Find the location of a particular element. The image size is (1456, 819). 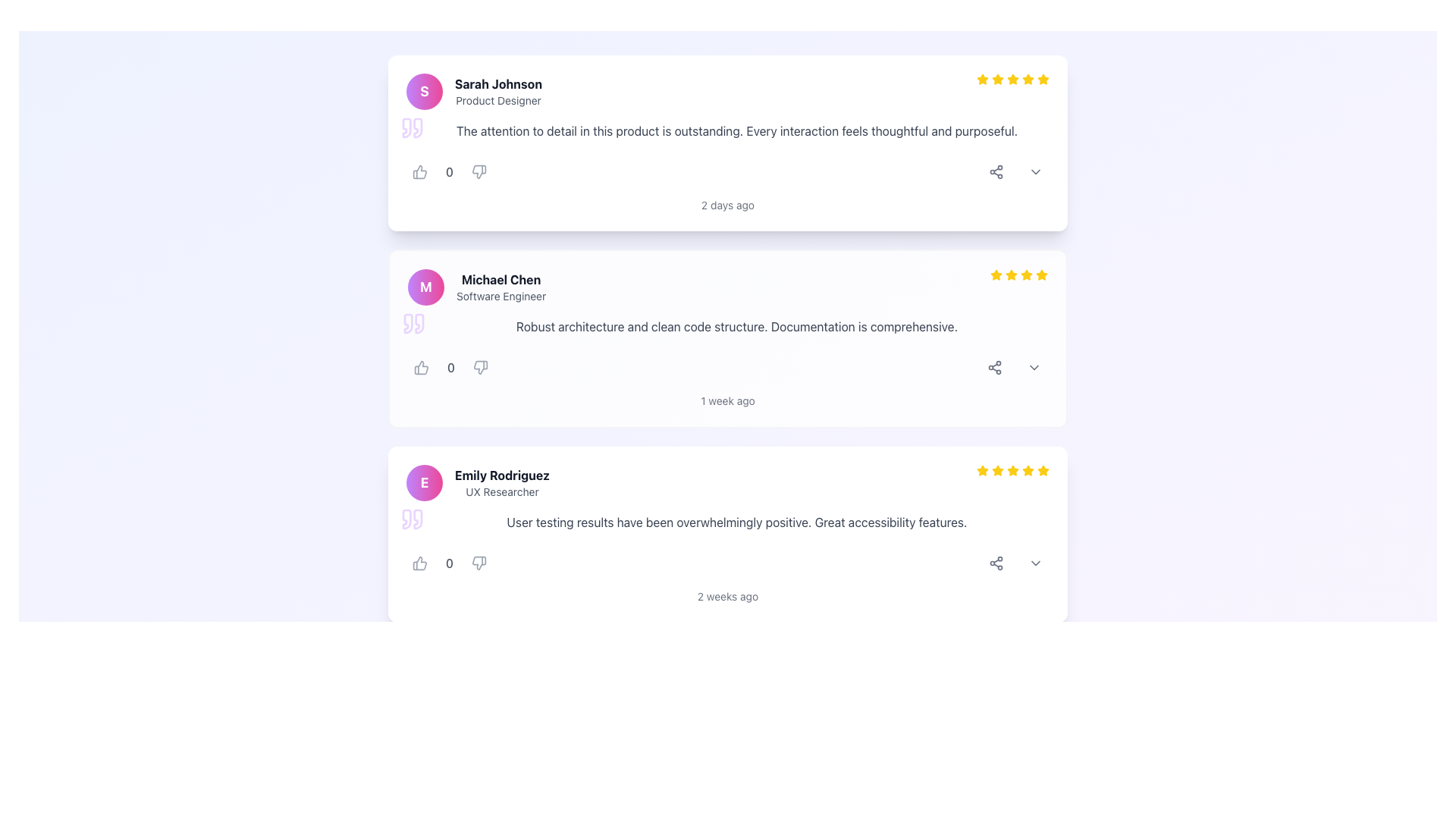

the avatar representing the user 'Michael Chen', which is the leftmost component in the user testimonial section is located at coordinates (425, 287).